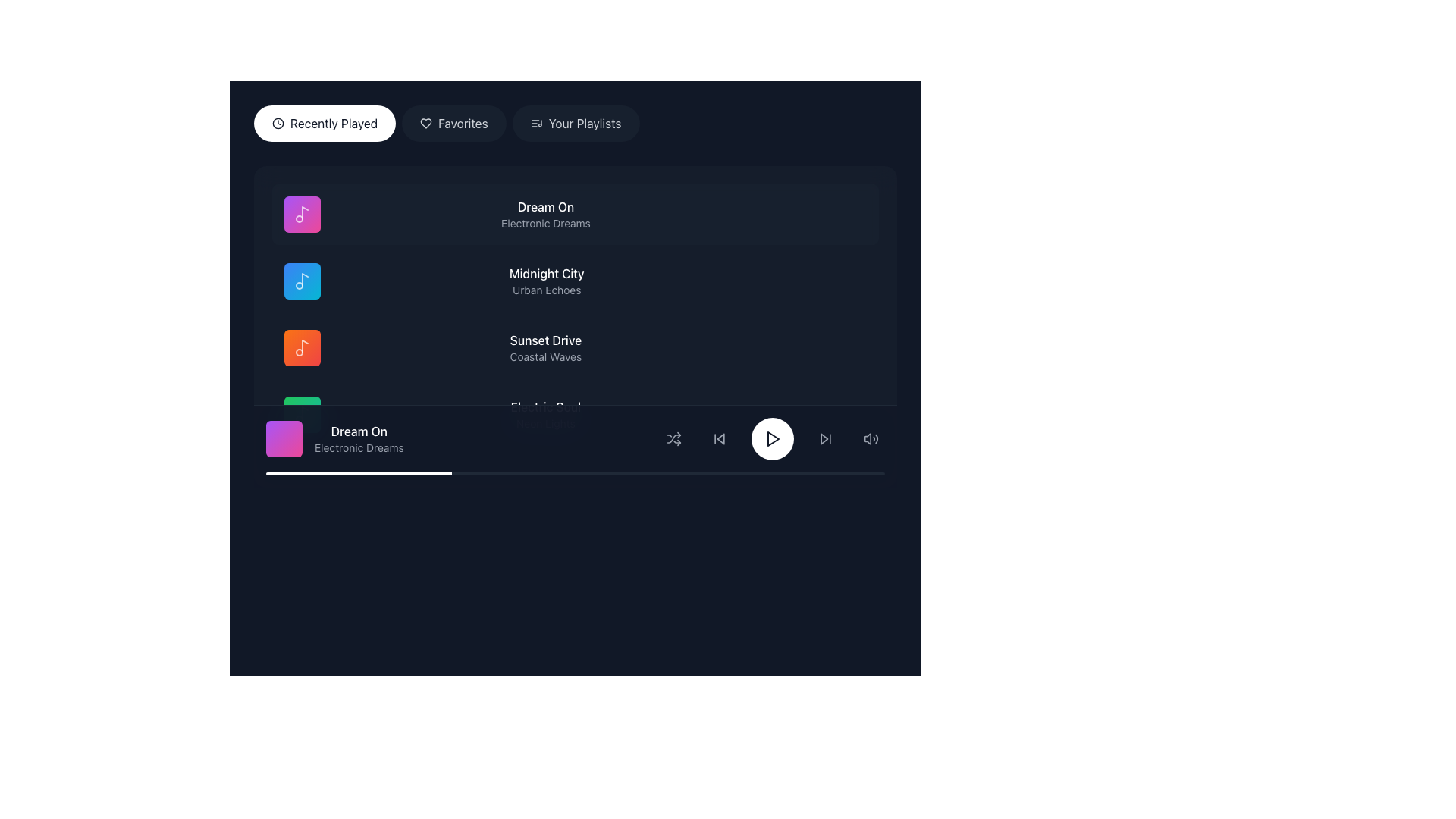 This screenshot has height=819, width=1456. What do you see at coordinates (302, 348) in the screenshot?
I see `the small music note icon with a gradient background transitioning from orange to red` at bounding box center [302, 348].